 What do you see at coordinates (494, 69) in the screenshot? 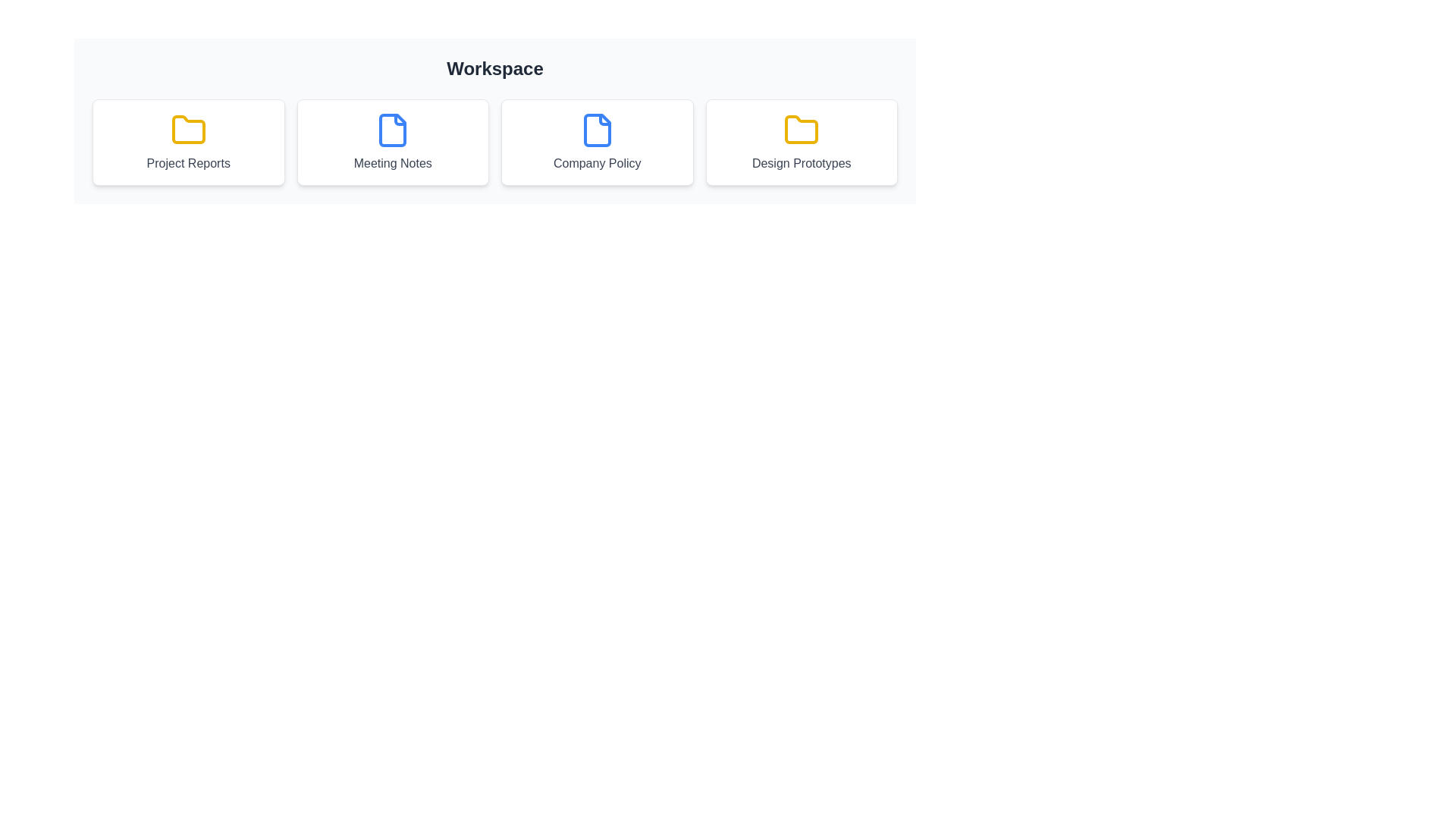
I see `header text element 'Workspace', which is a bold and large dark gray text located at the center top of the layout` at bounding box center [494, 69].